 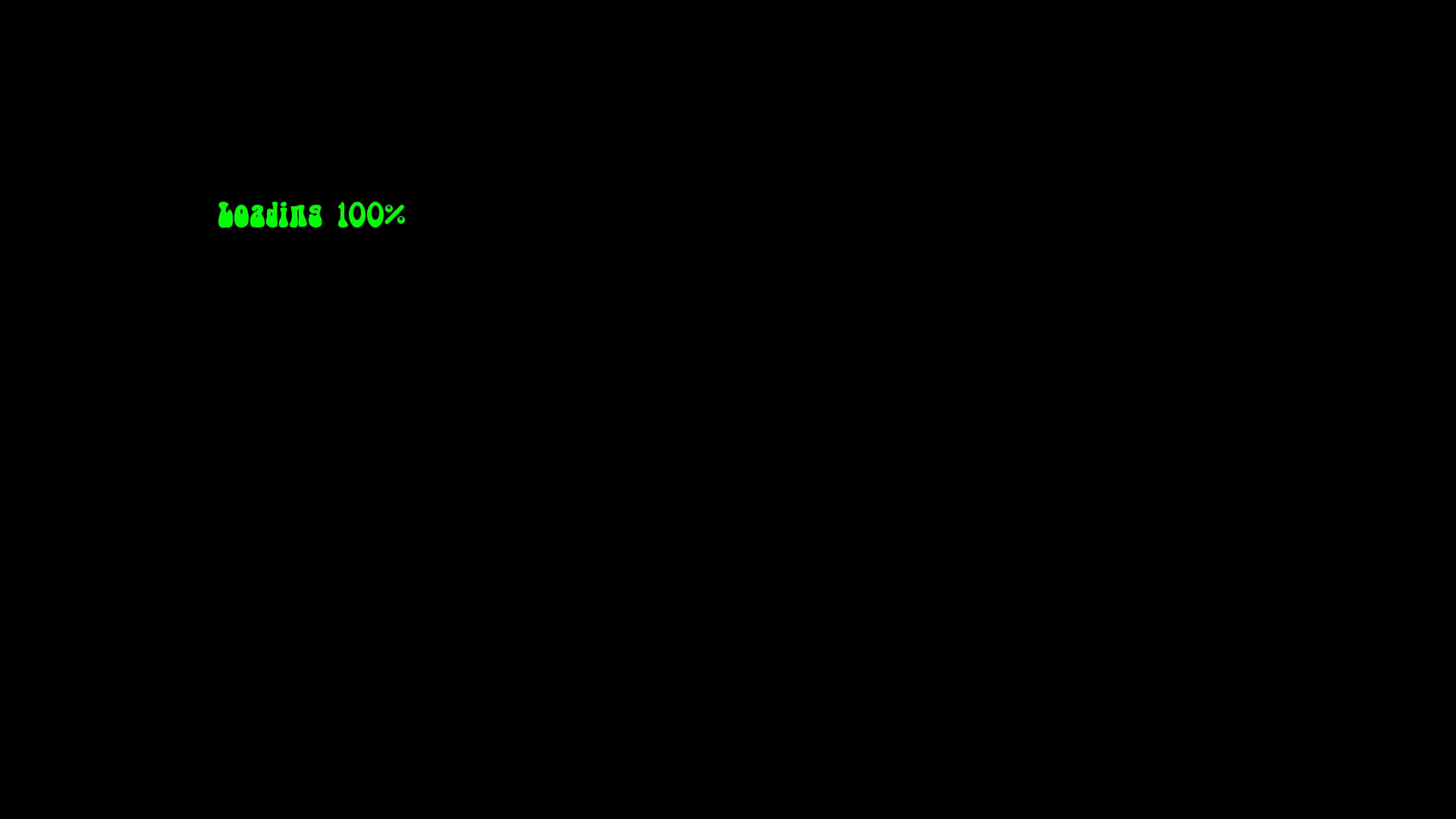 I want to click on CH, so click(x=501, y=270).